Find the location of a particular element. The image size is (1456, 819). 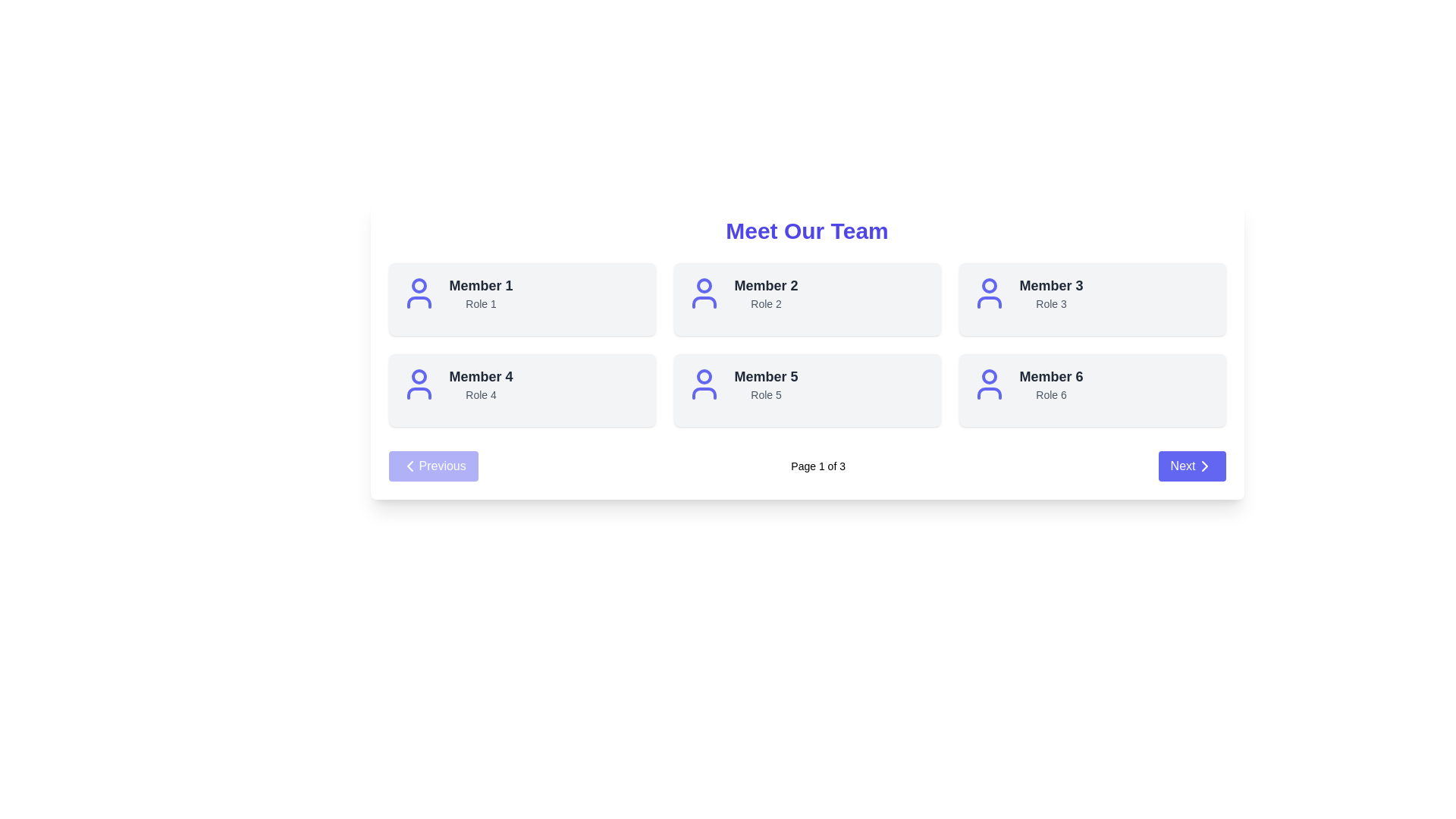

the static text label 'Role 1' which indicates the role of the associated member, positioned below 'Member 1' in the user card structure is located at coordinates (480, 304).